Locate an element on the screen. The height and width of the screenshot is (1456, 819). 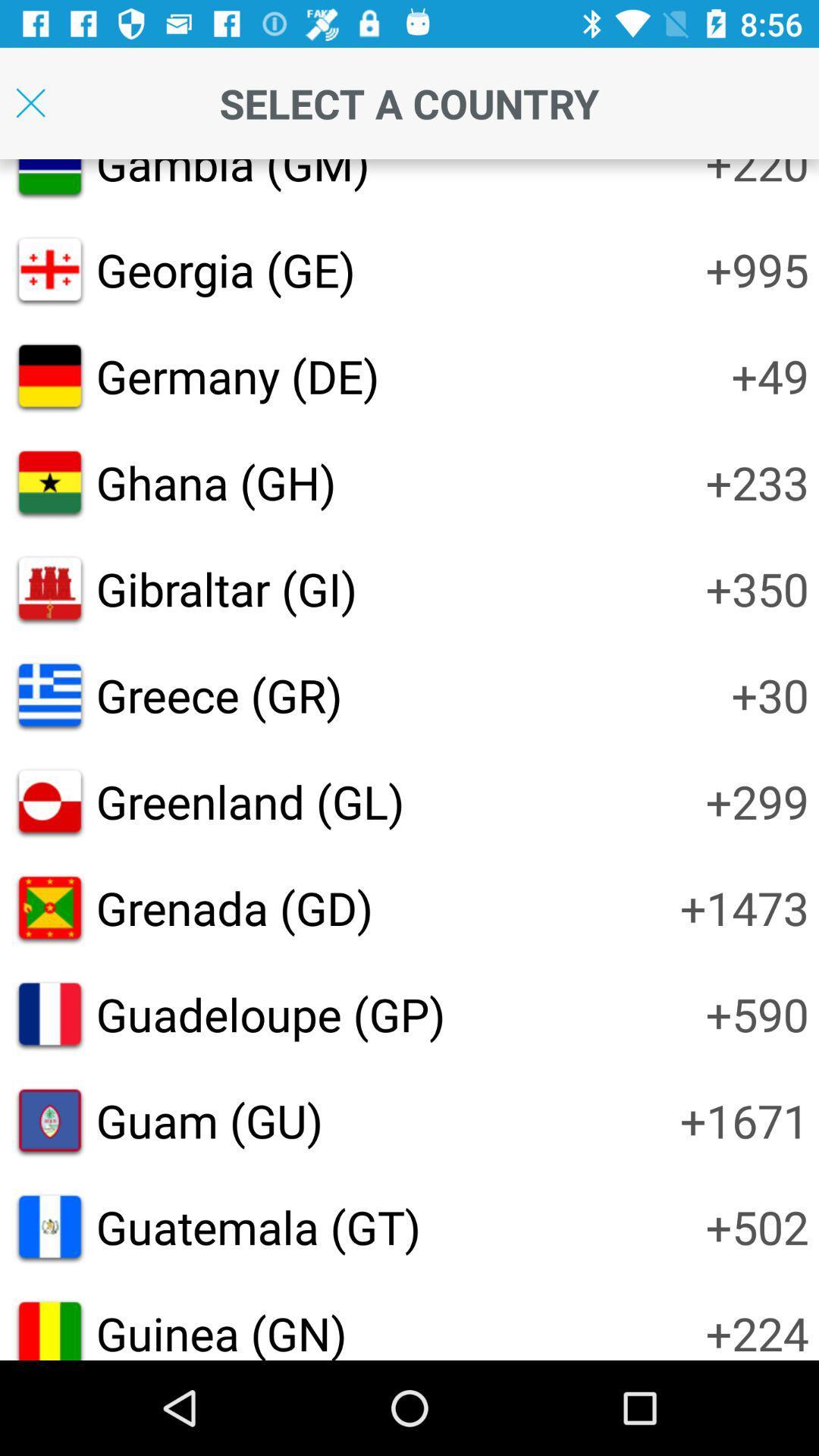
the greece (gr) item is located at coordinates (219, 694).